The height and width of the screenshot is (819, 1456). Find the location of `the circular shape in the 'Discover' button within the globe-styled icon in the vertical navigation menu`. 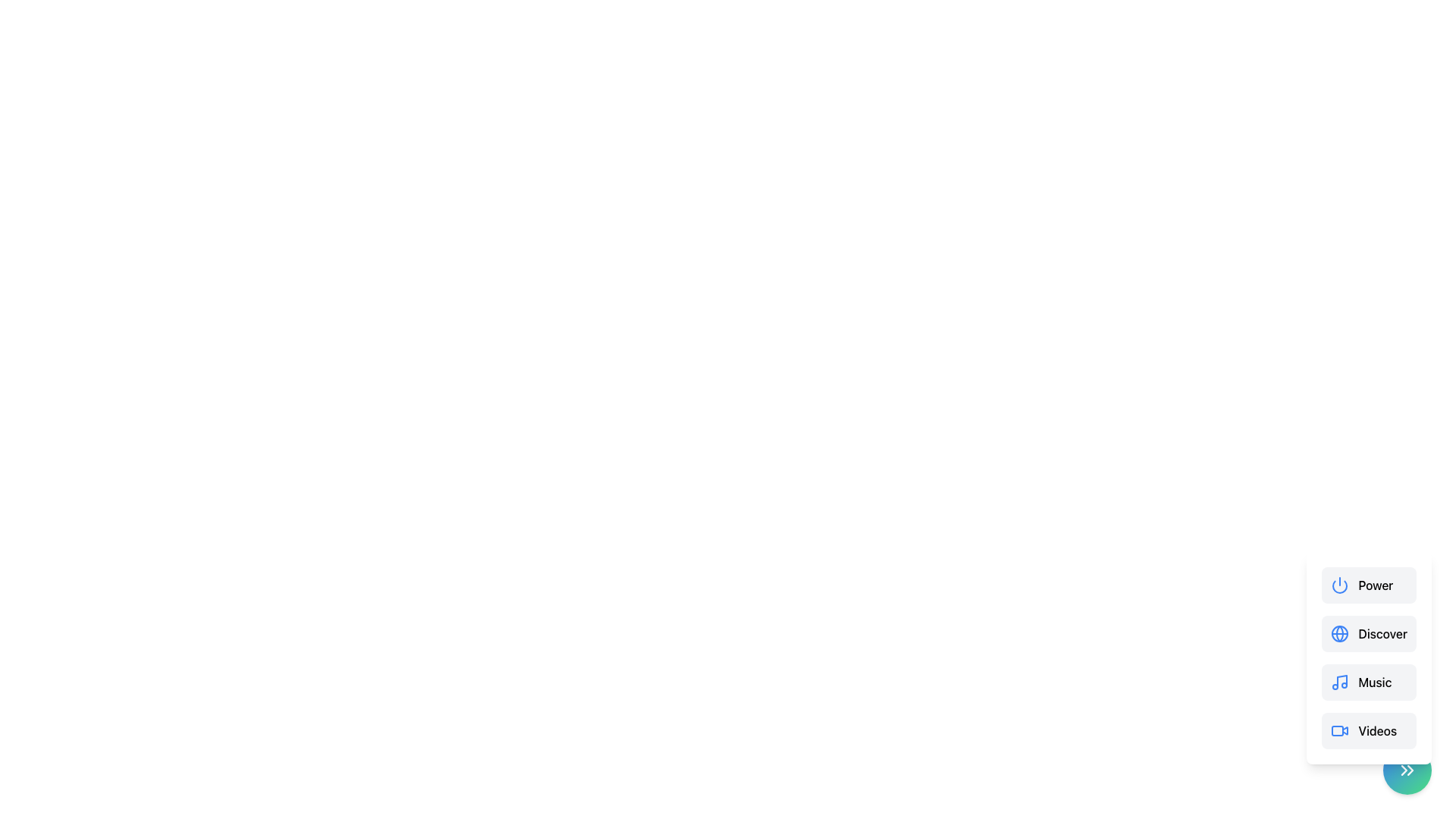

the circular shape in the 'Discover' button within the globe-styled icon in the vertical navigation menu is located at coordinates (1340, 634).